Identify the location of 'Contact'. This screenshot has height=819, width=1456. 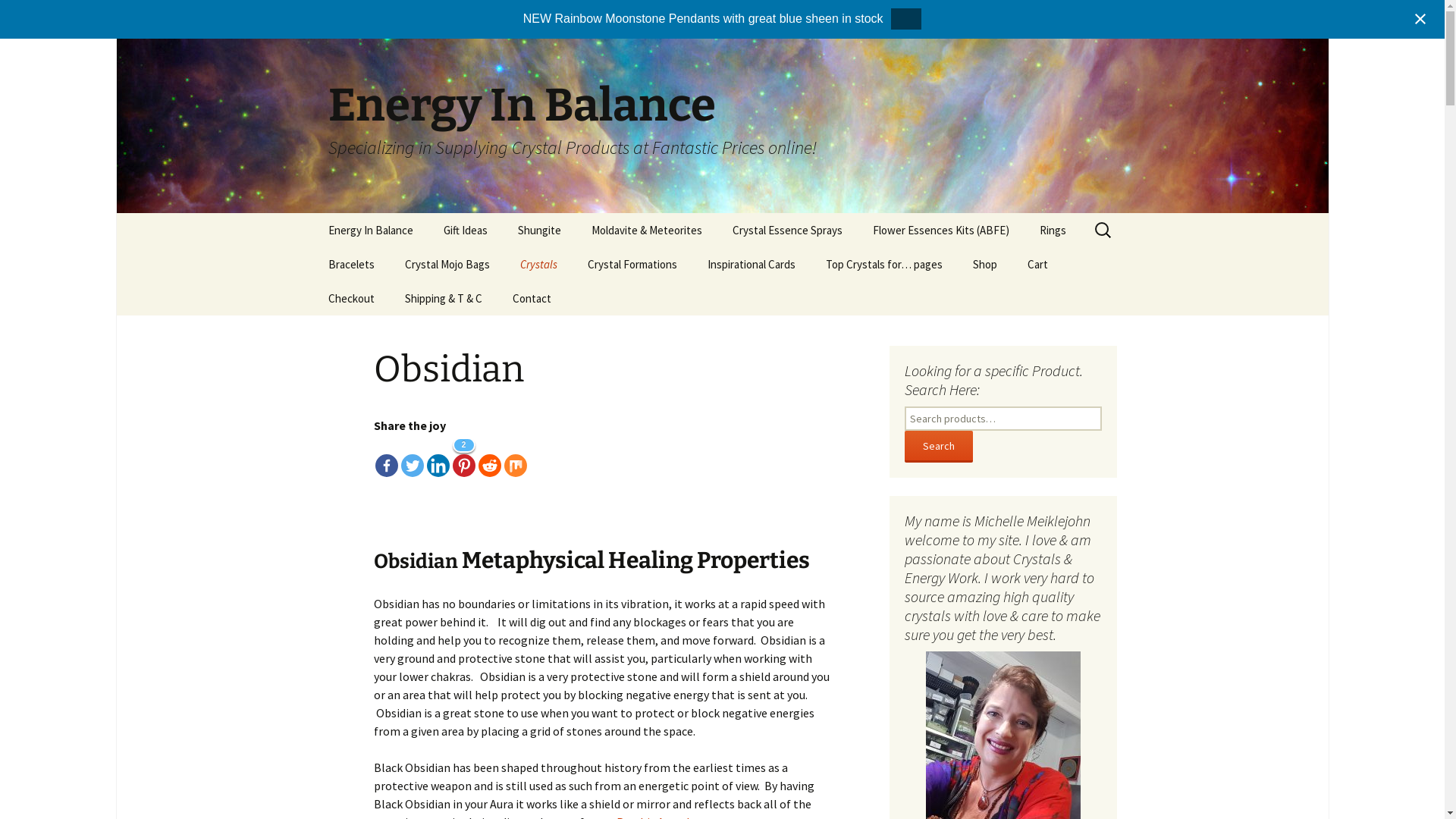
(532, 298).